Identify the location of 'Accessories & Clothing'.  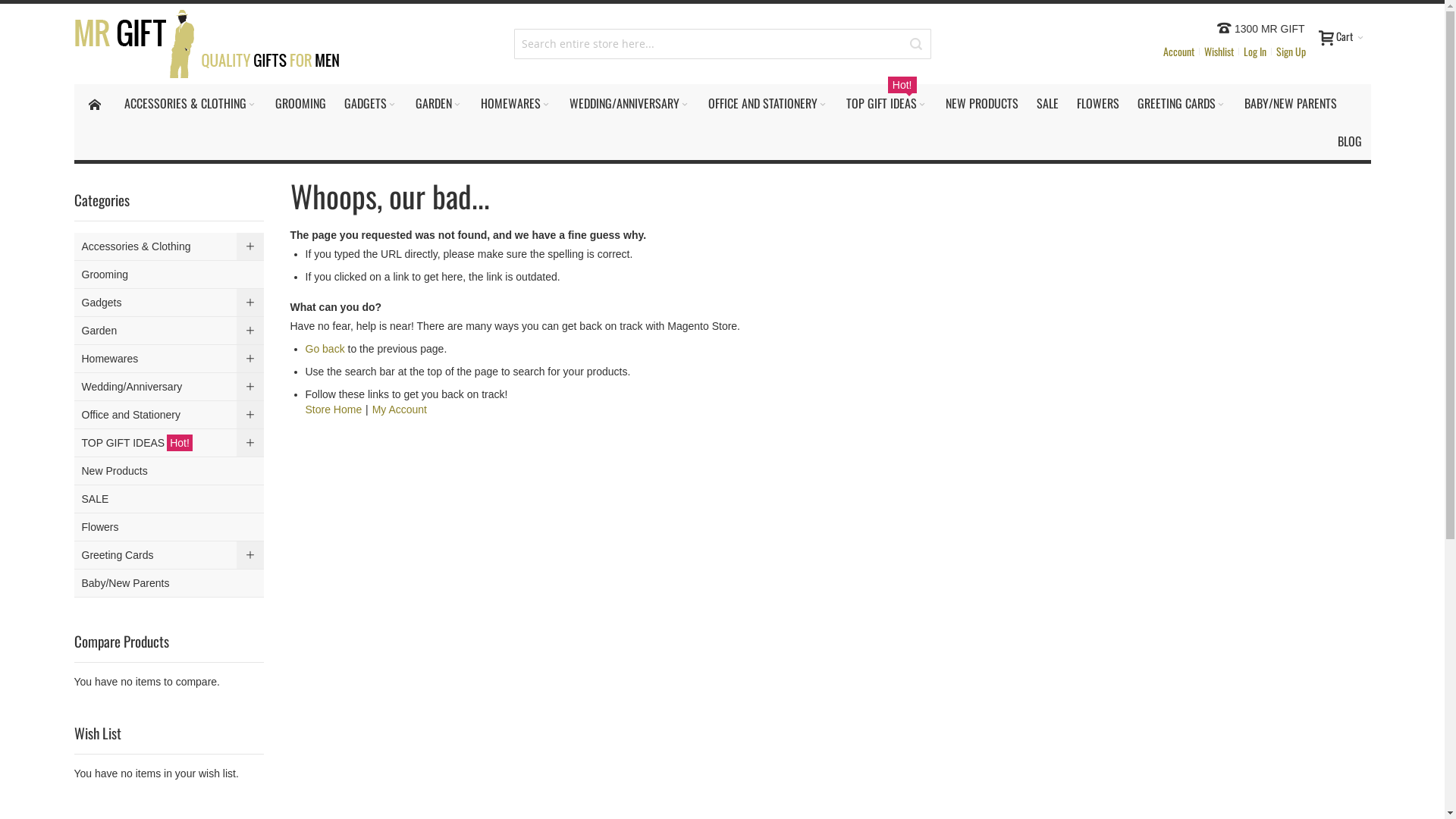
(169, 246).